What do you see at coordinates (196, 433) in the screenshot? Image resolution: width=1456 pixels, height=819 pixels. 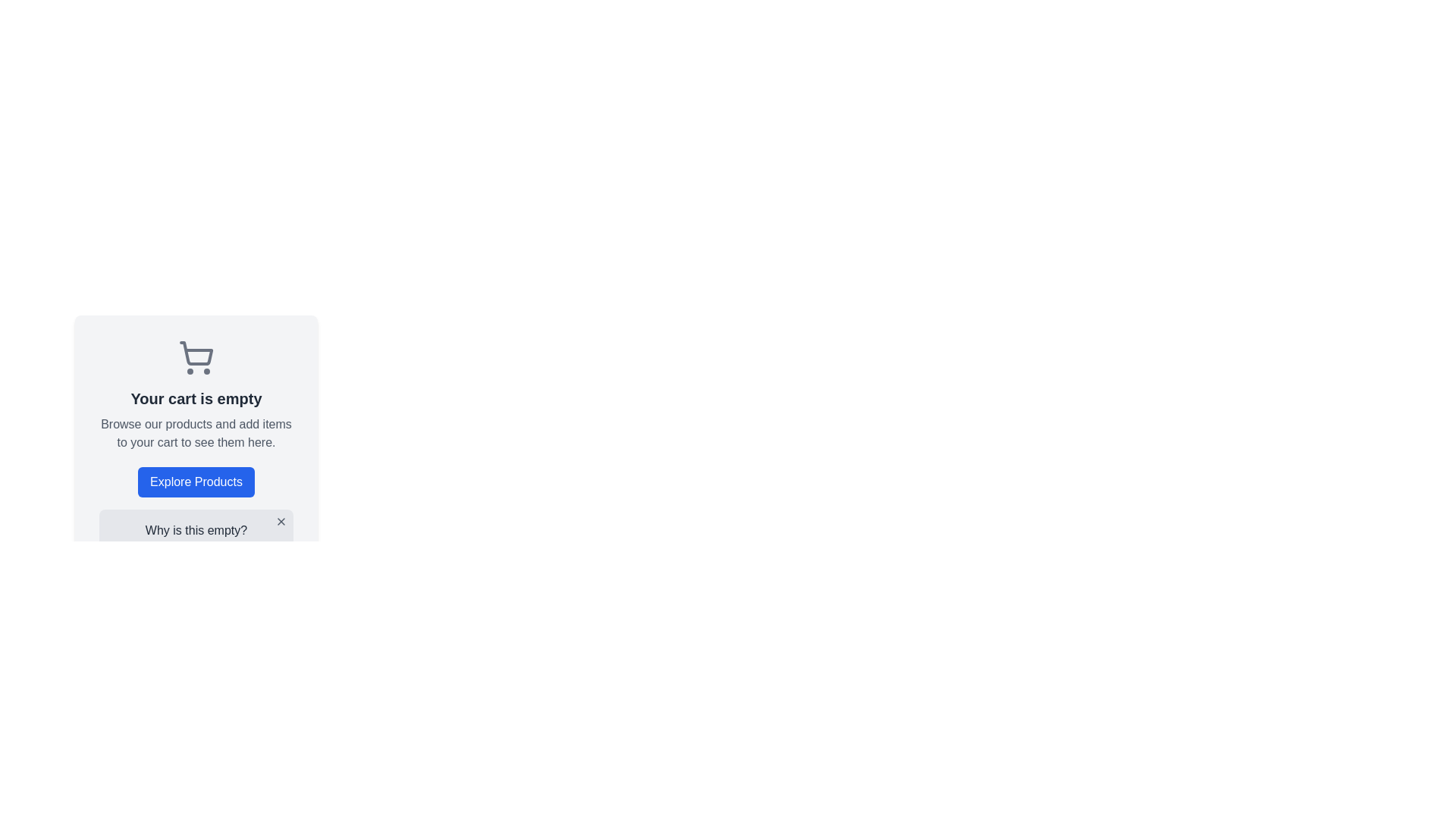 I see `the text message that reads 'Browse our products and add items to your cart` at bounding box center [196, 433].